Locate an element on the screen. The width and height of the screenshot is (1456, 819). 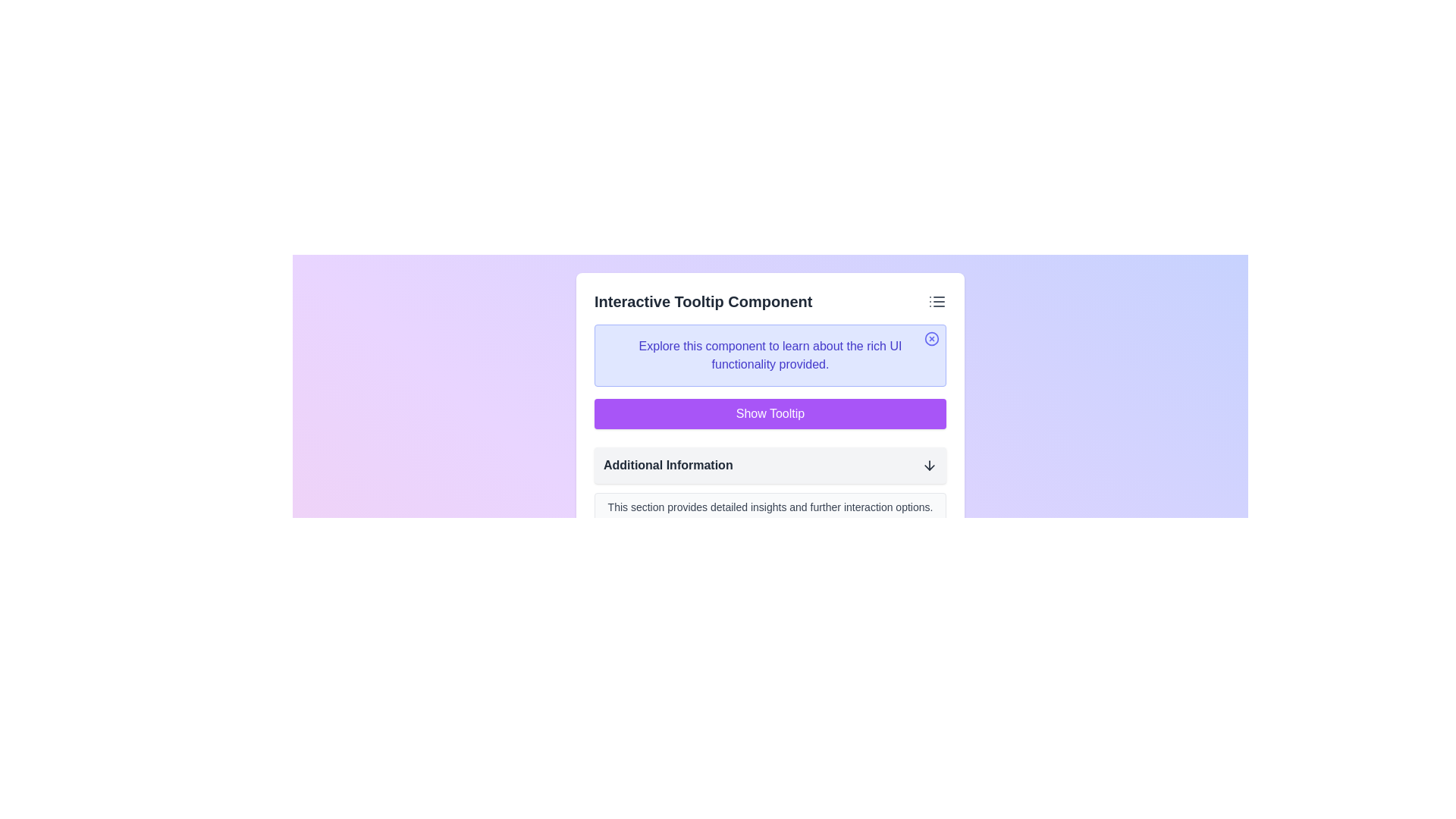
the Text label that provides additional descriptive text within the 'Additional Information' section, located below the 'Show Tooltip' purple button is located at coordinates (770, 507).